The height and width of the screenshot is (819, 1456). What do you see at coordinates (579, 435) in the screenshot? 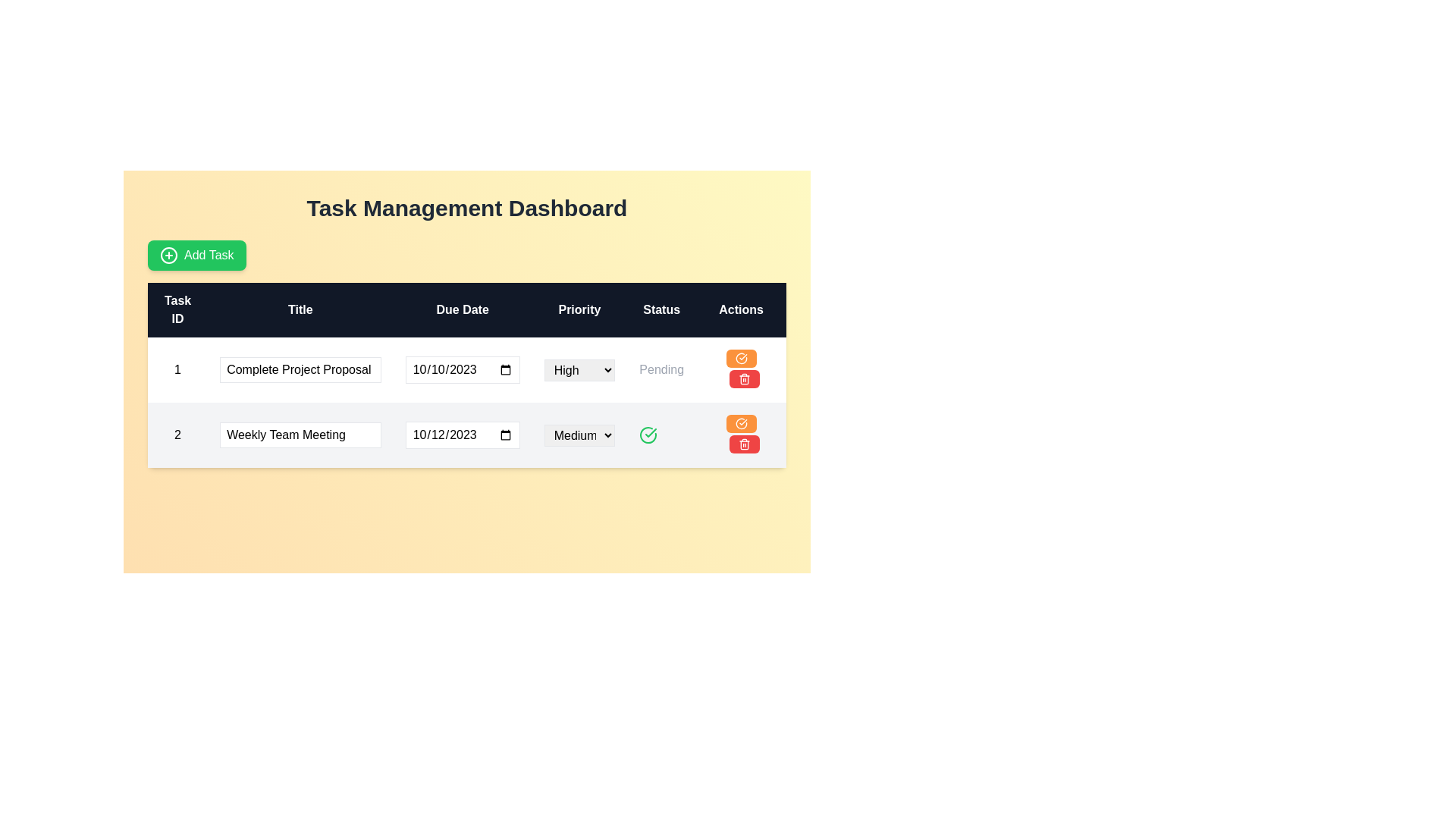
I see `the dropdown menu for selecting a priority level in the task management table located in the 'Priority' column of the second row` at bounding box center [579, 435].